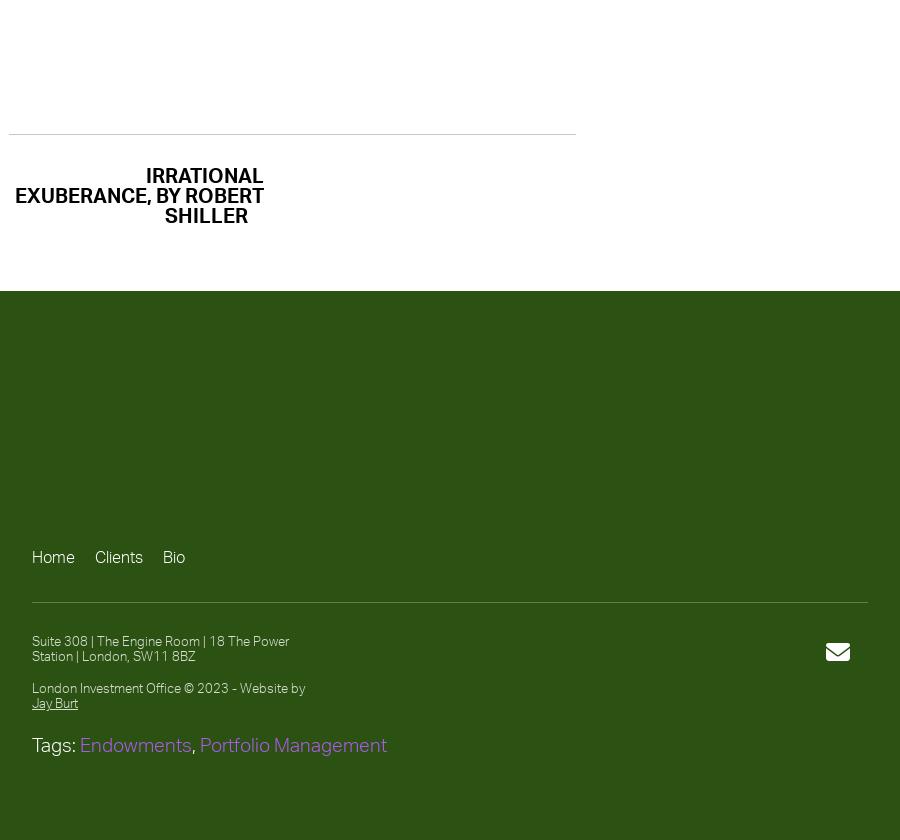 The height and width of the screenshot is (840, 900). Describe the element at coordinates (139, 195) in the screenshot. I see `'Irrational Exuberance, by Robert Shiller'` at that location.